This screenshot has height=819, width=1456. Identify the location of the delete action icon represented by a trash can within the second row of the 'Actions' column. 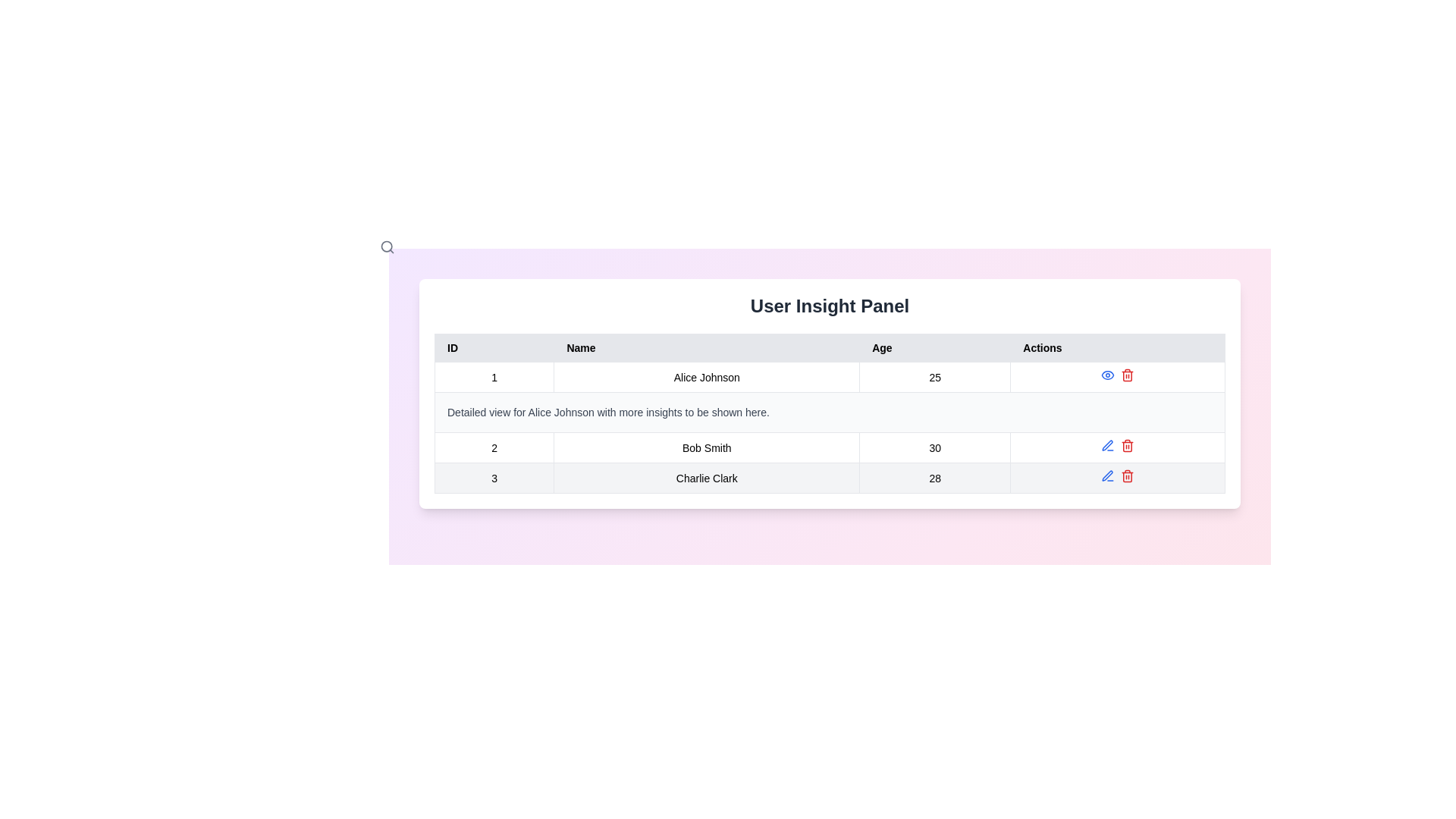
(1128, 476).